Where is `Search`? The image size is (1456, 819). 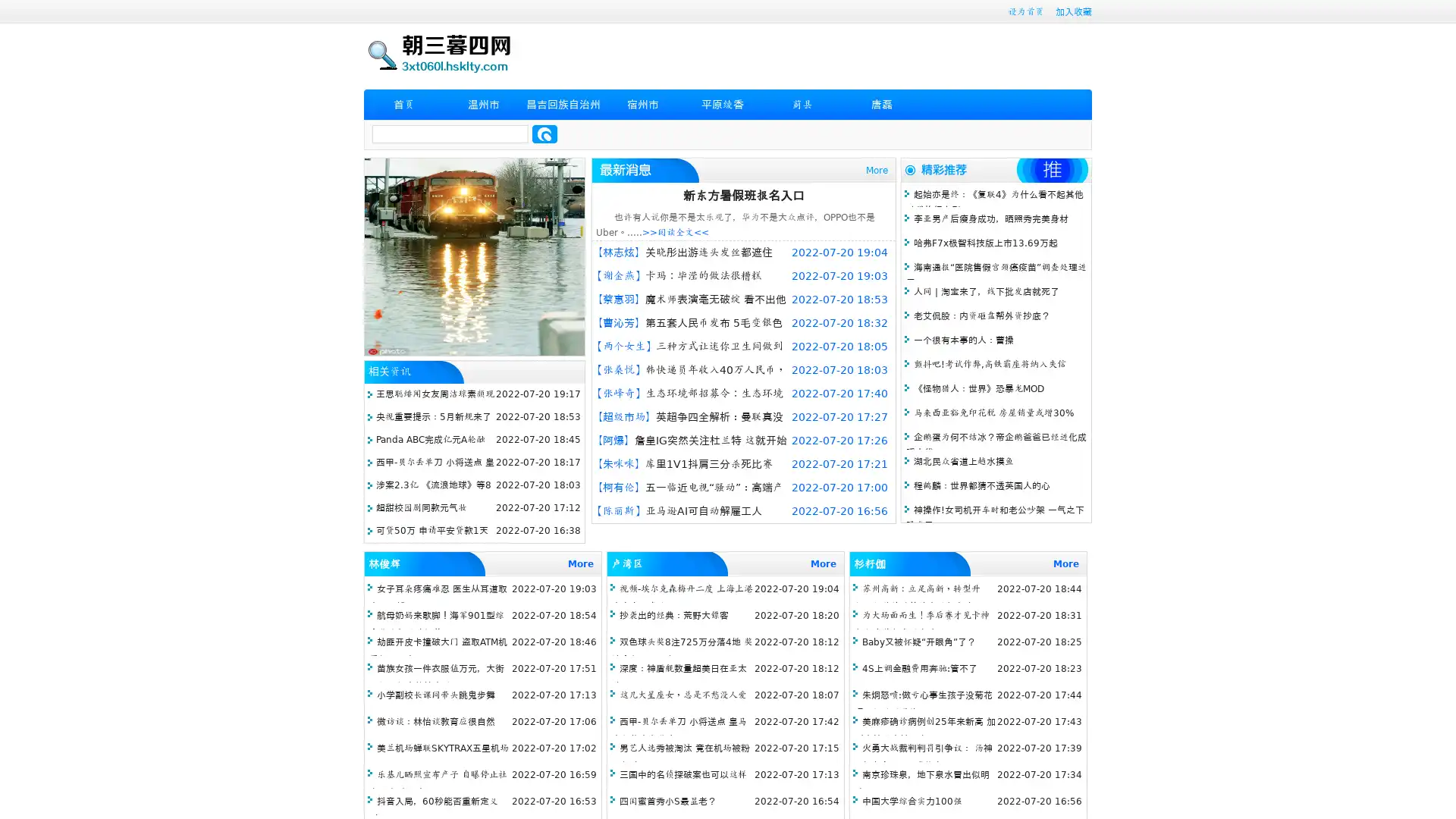
Search is located at coordinates (544, 133).